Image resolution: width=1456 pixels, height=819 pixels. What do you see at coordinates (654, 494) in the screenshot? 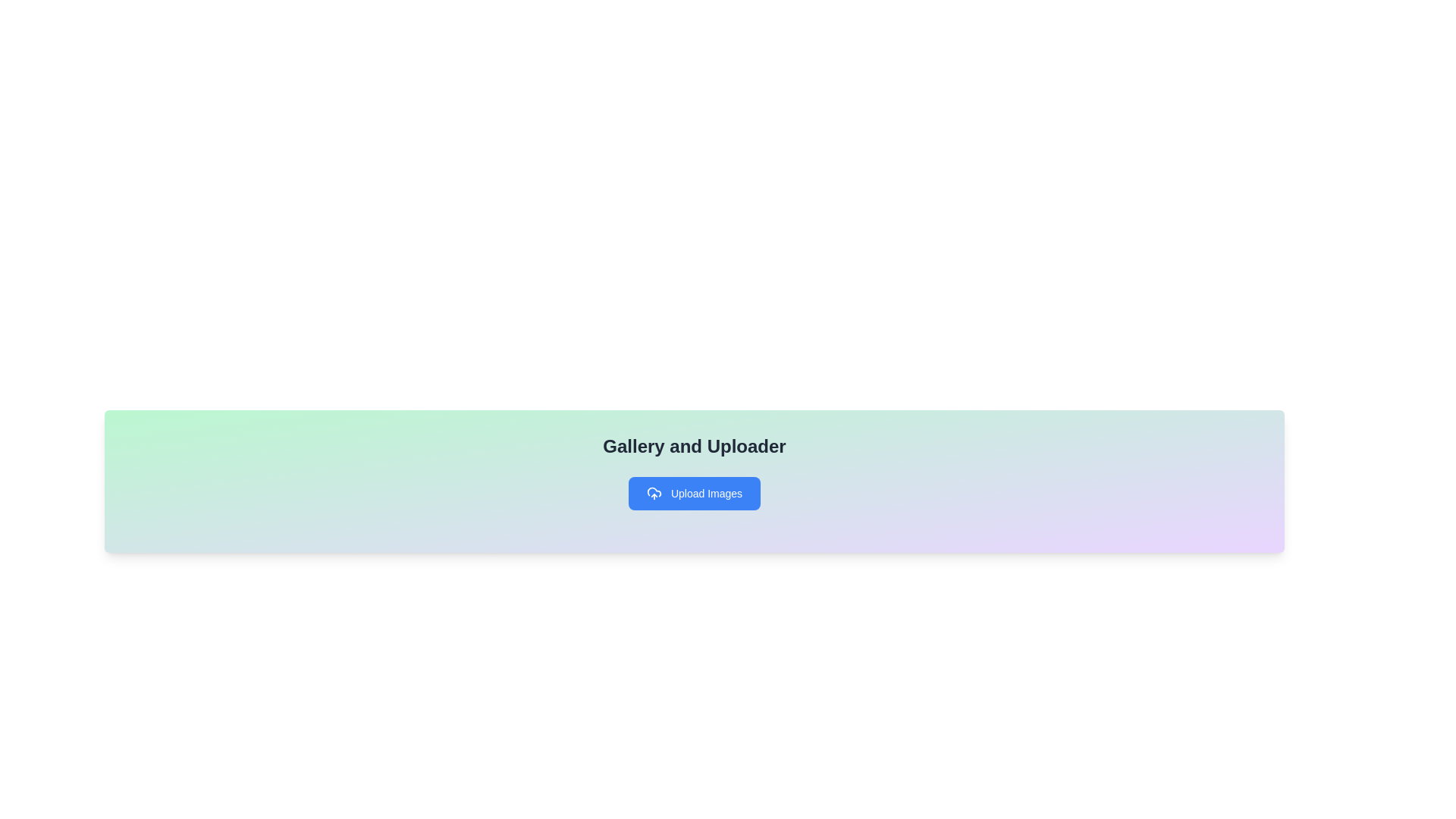
I see `the upload icon located on the leftmost side of the 'Upload Images' button, which initiates the upload action` at bounding box center [654, 494].